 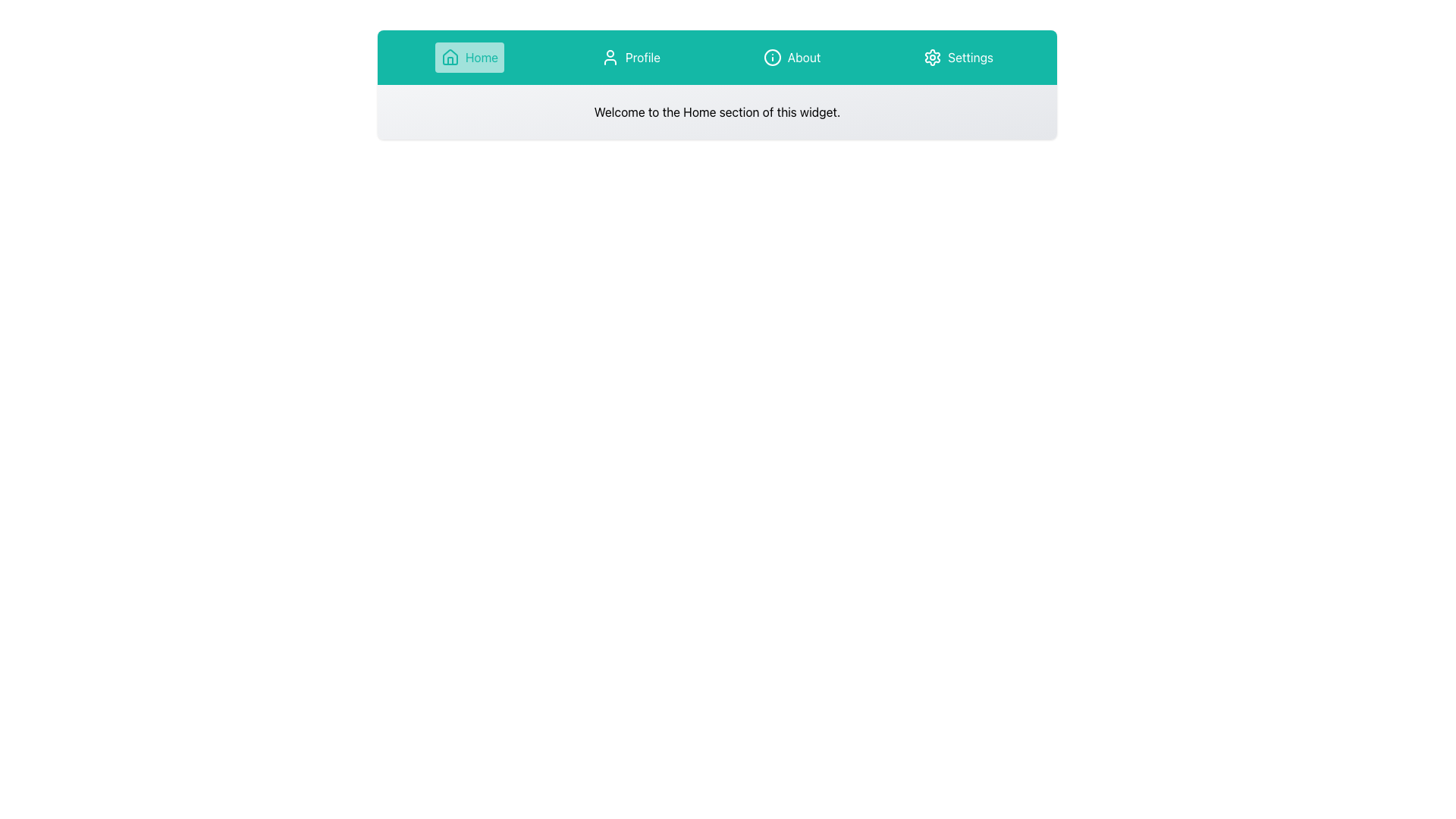 What do you see at coordinates (630, 57) in the screenshot?
I see `the 'Profile' navigation button, which is the second button in a horizontal navigation bar containing 'Home', 'Profile', 'About', and 'Settings'` at bounding box center [630, 57].